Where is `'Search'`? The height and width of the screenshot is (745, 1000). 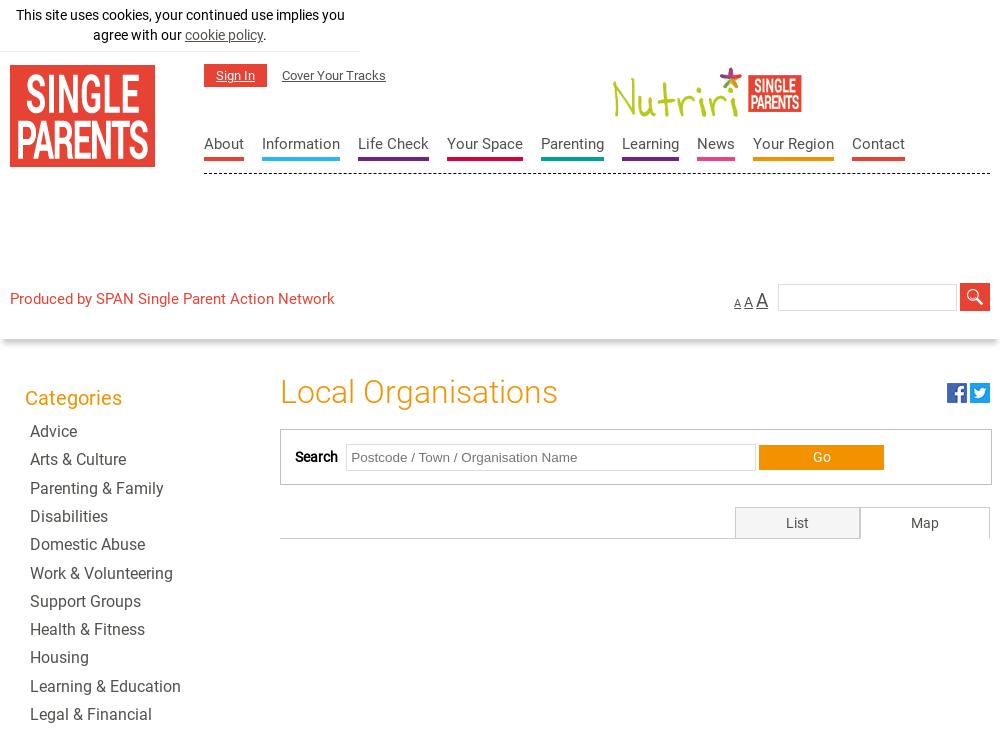 'Search' is located at coordinates (315, 455).